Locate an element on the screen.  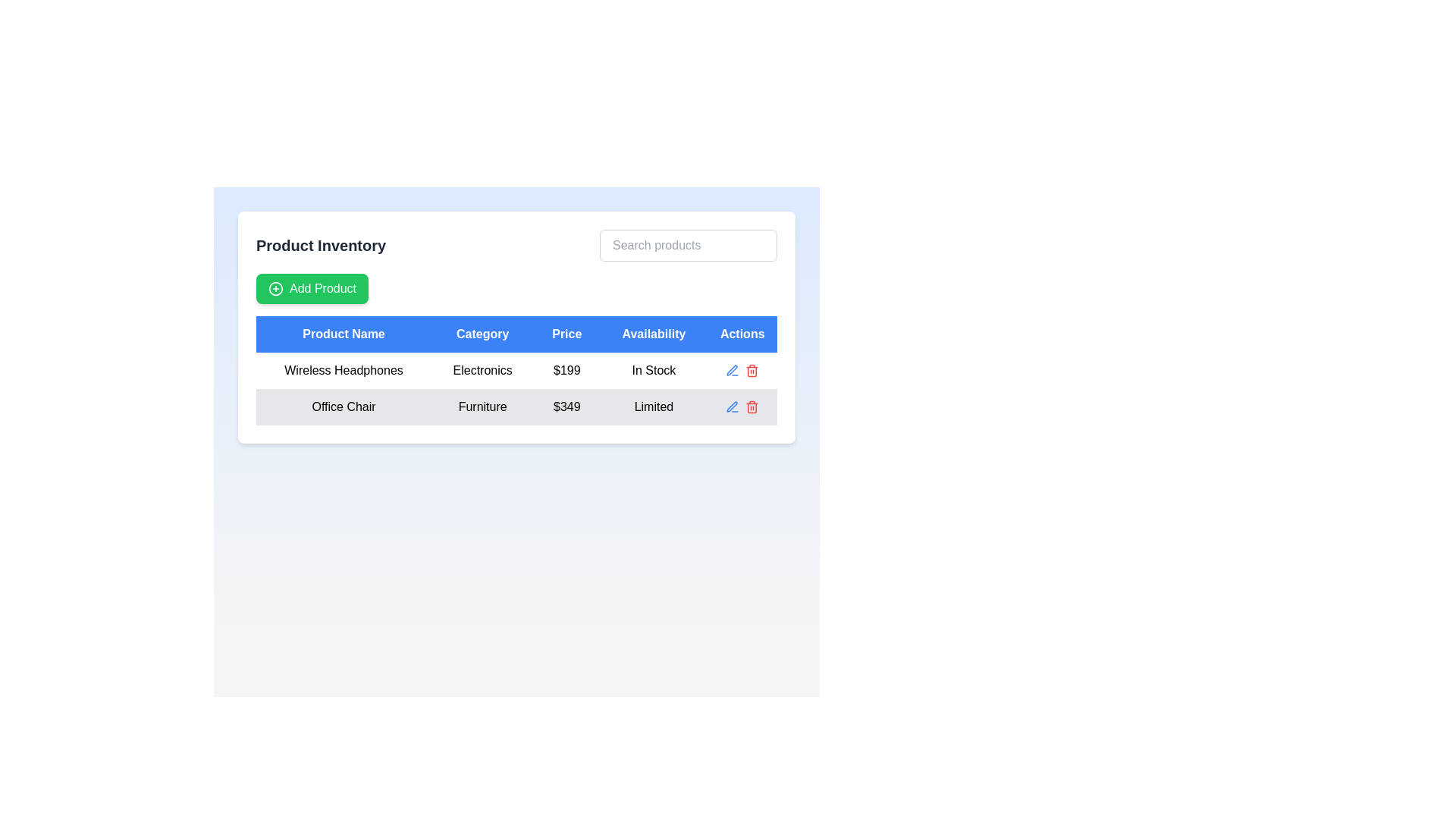
the first table row in the 'Product Inventory' table for keyboard navigation is located at coordinates (516, 371).